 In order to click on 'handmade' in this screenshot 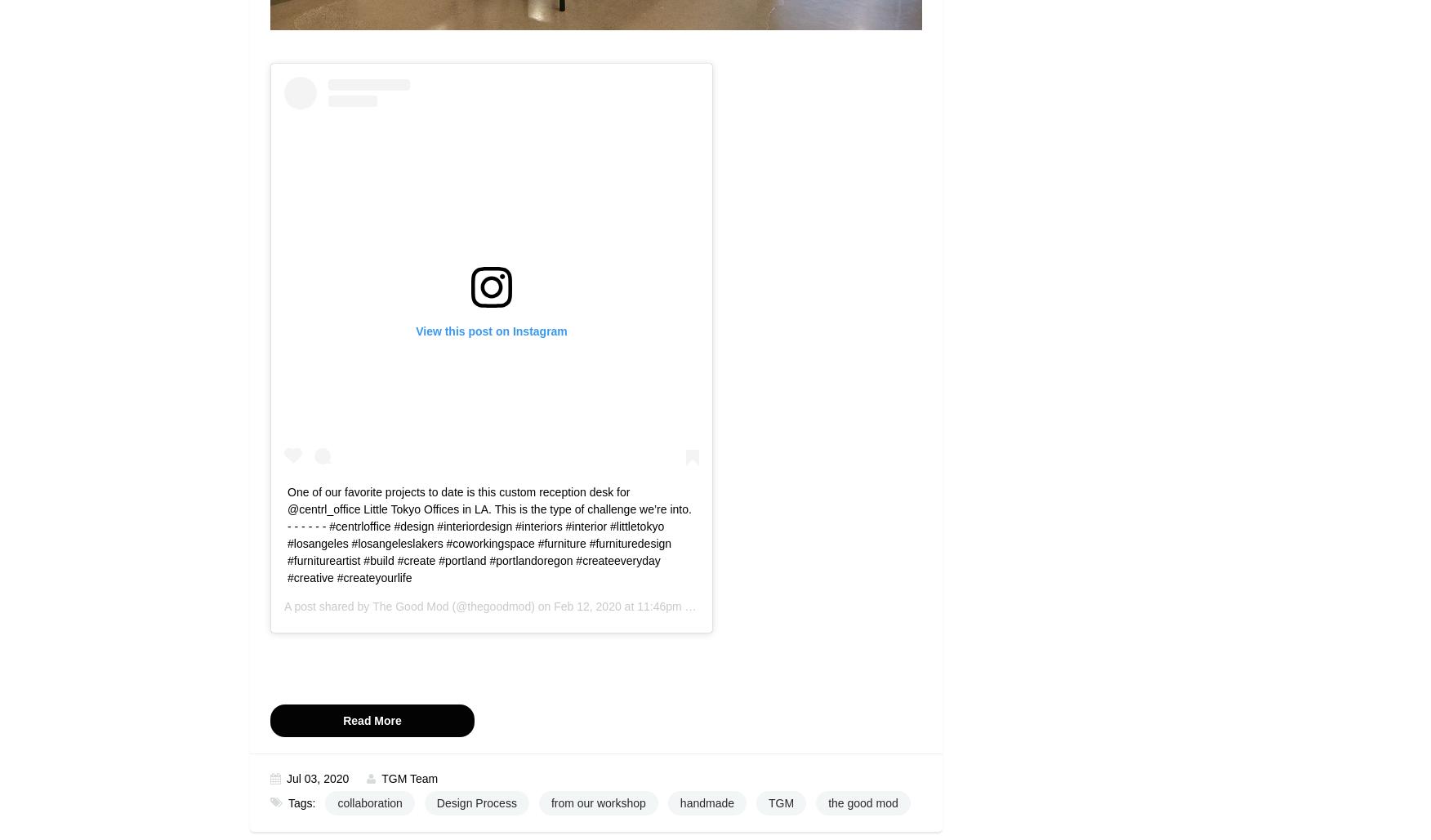, I will do `click(706, 802)`.